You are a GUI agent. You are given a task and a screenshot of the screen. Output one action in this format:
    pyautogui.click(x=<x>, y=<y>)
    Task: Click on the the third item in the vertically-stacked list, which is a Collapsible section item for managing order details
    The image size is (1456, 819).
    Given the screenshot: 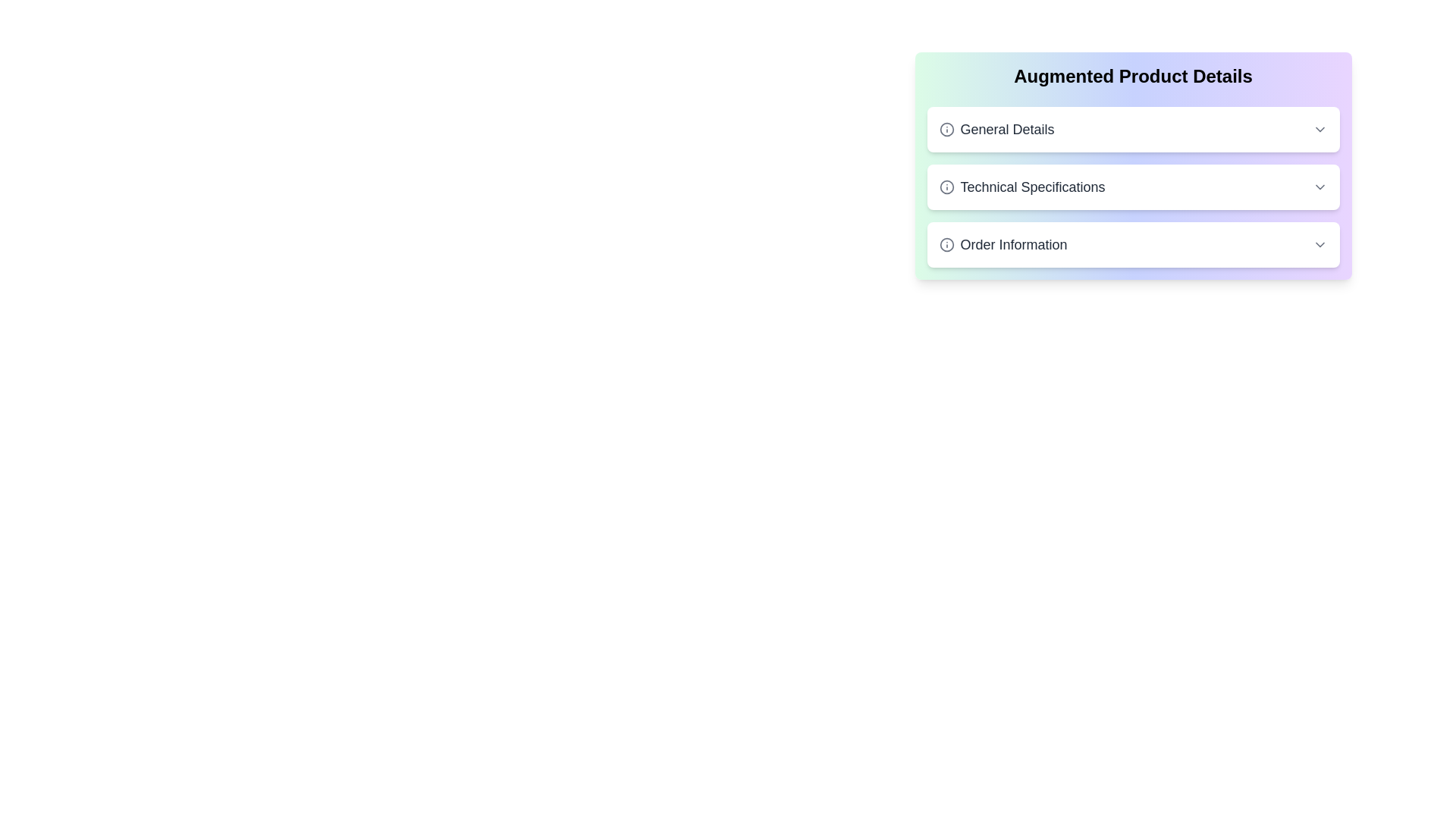 What is the action you would take?
    pyautogui.click(x=1133, y=244)
    